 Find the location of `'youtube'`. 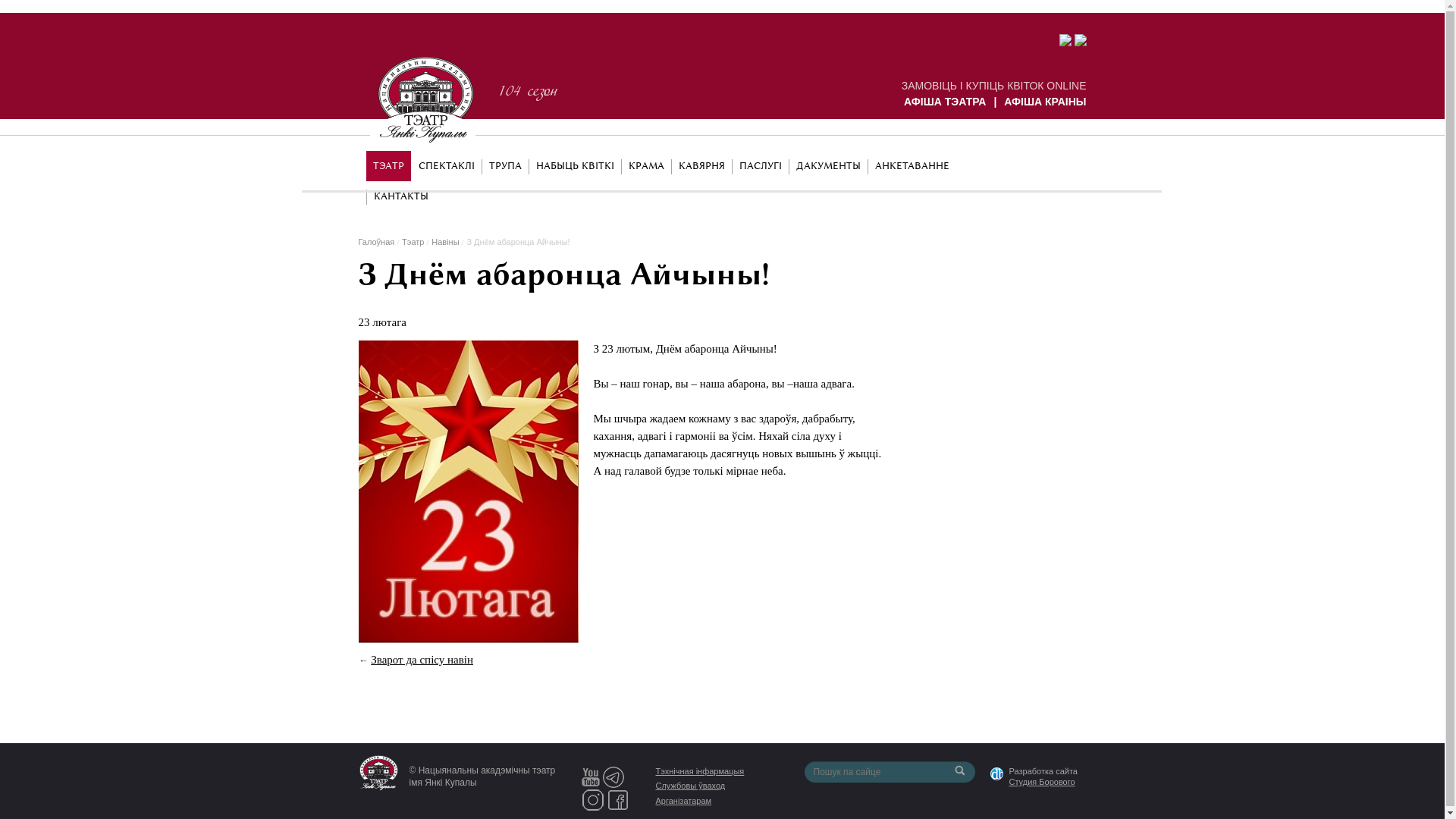

'youtube' is located at coordinates (588, 775).